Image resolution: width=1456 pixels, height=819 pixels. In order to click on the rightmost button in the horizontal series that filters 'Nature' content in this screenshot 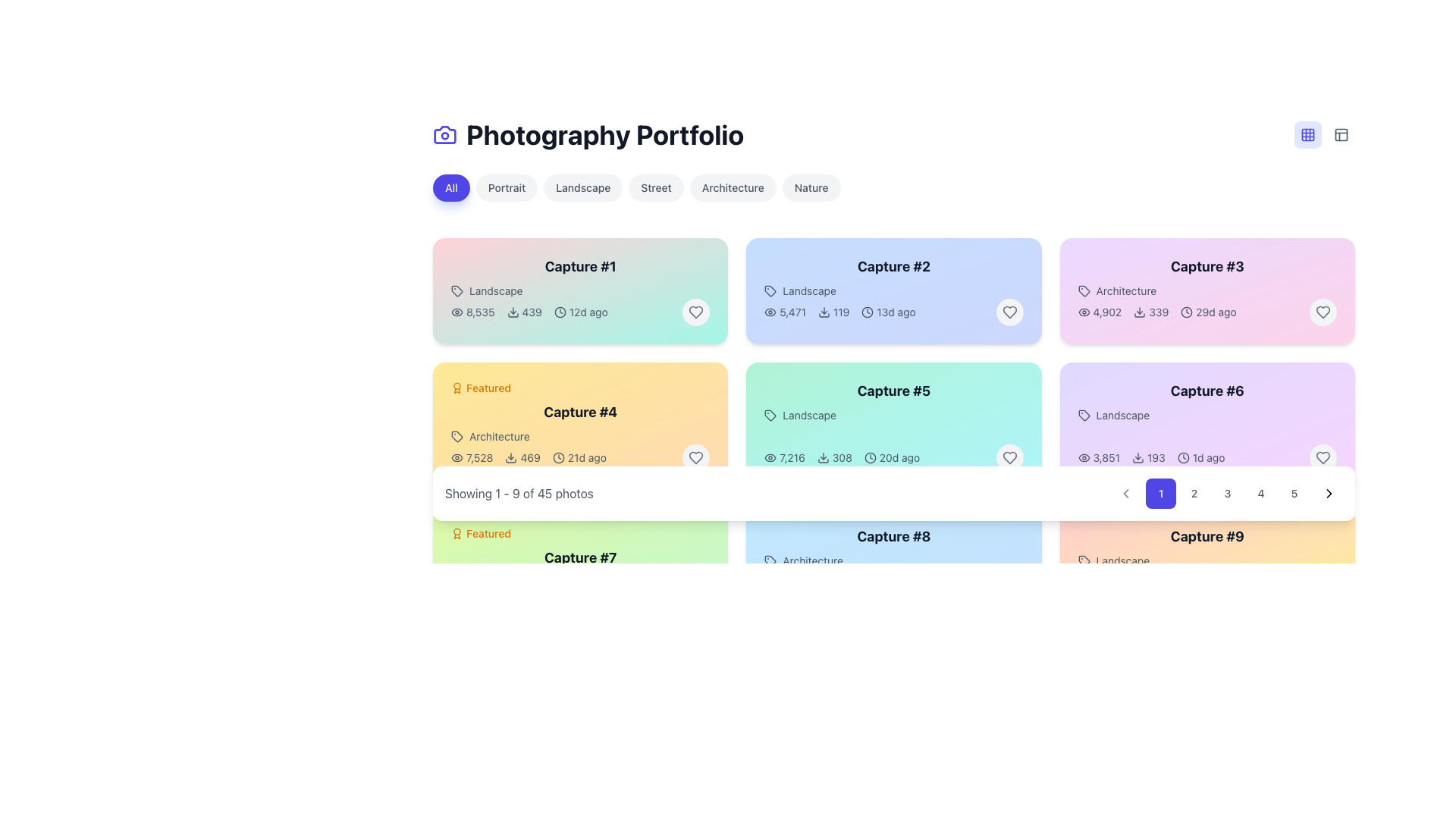, I will do `click(811, 187)`.